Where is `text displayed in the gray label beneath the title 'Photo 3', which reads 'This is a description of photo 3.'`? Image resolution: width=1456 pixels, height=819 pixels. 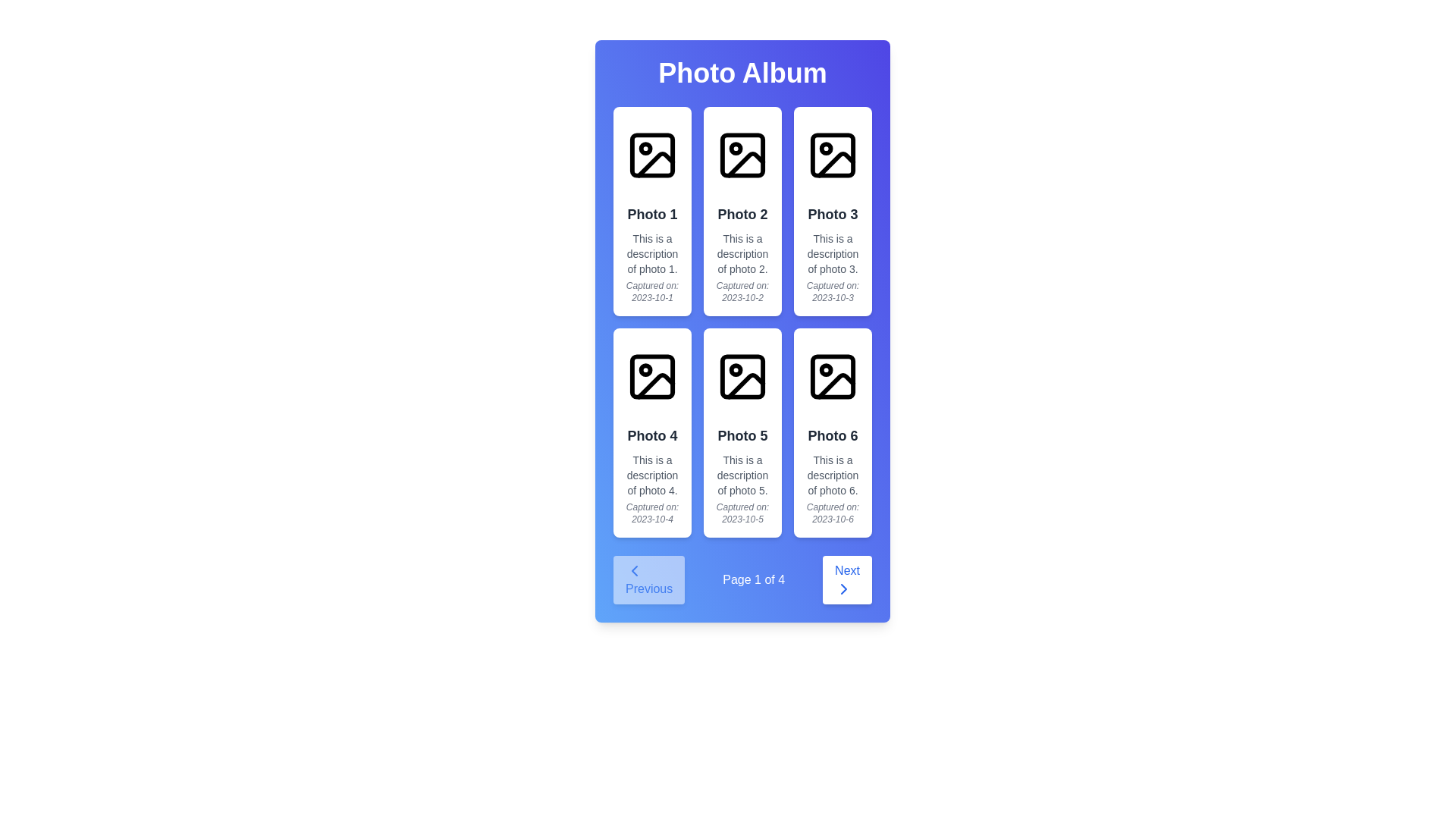 text displayed in the gray label beneath the title 'Photo 3', which reads 'This is a description of photo 3.' is located at coordinates (832, 253).